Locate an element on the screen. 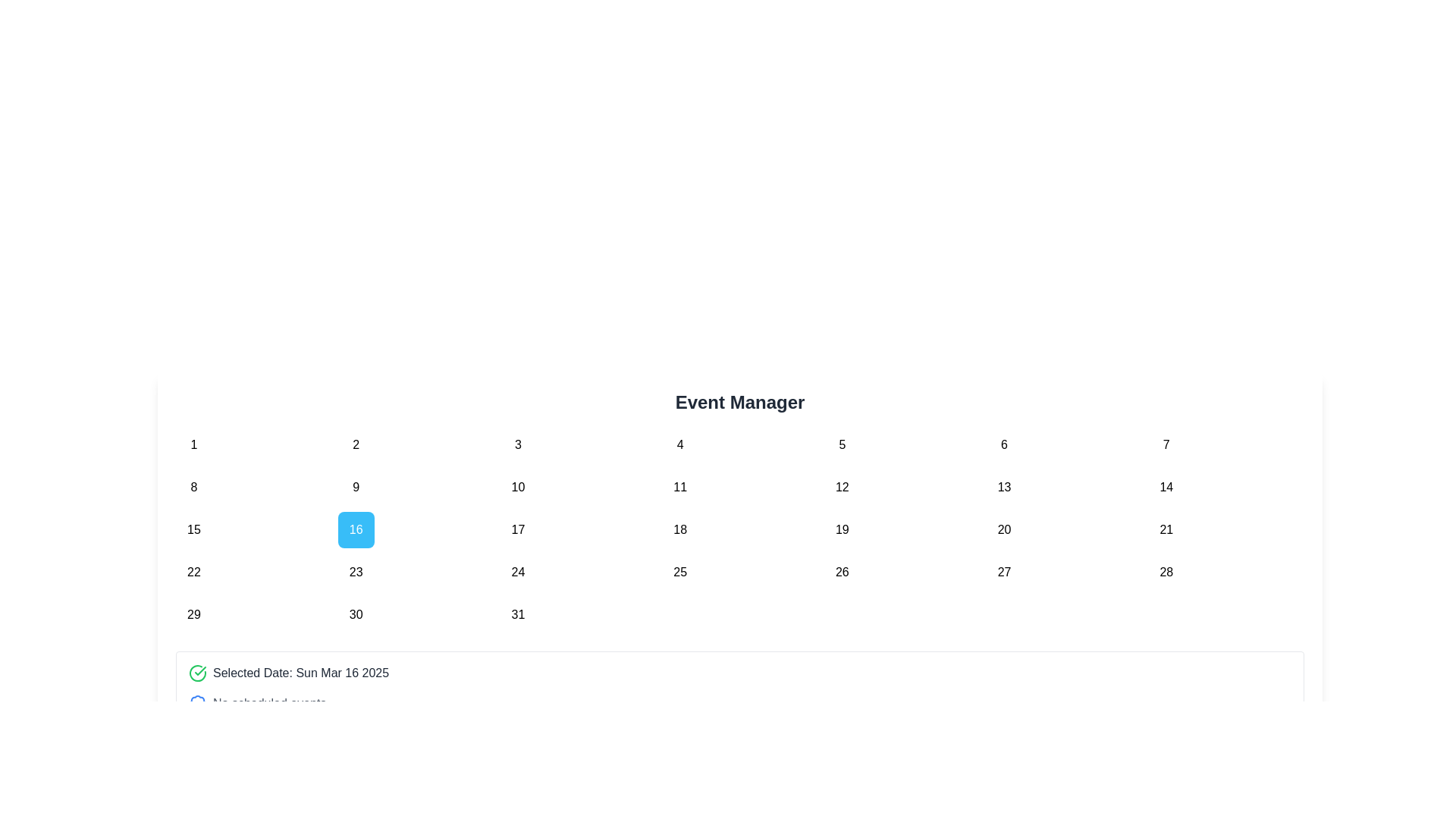 This screenshot has width=1456, height=819. the selectable date button representing the date 31 in the calendar interface, located in the last row and seventh column of the grid is located at coordinates (518, 614).